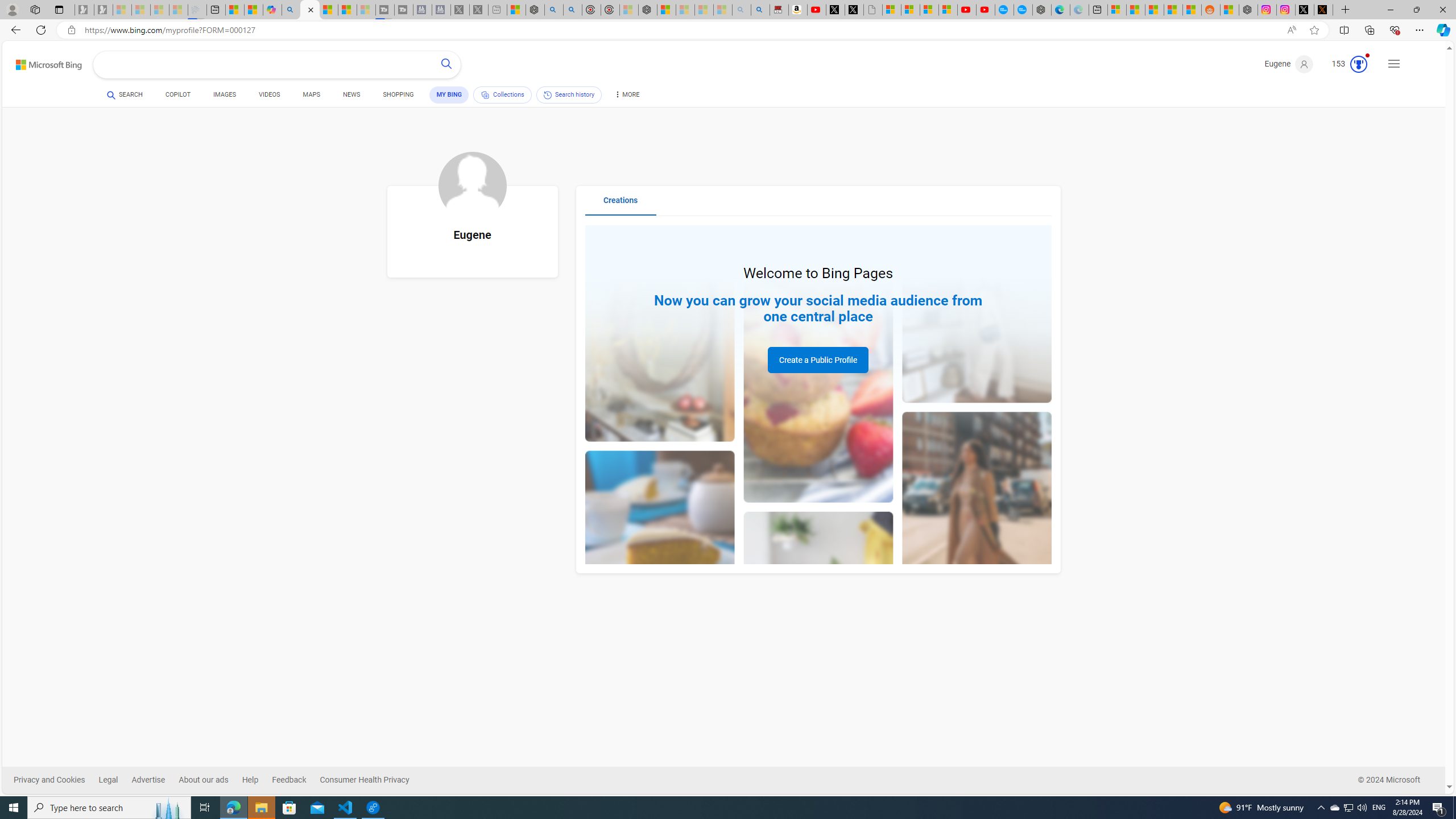 The height and width of the screenshot is (819, 1456). Describe the element at coordinates (1358, 64) in the screenshot. I see `'Class: medal-circled'` at that location.